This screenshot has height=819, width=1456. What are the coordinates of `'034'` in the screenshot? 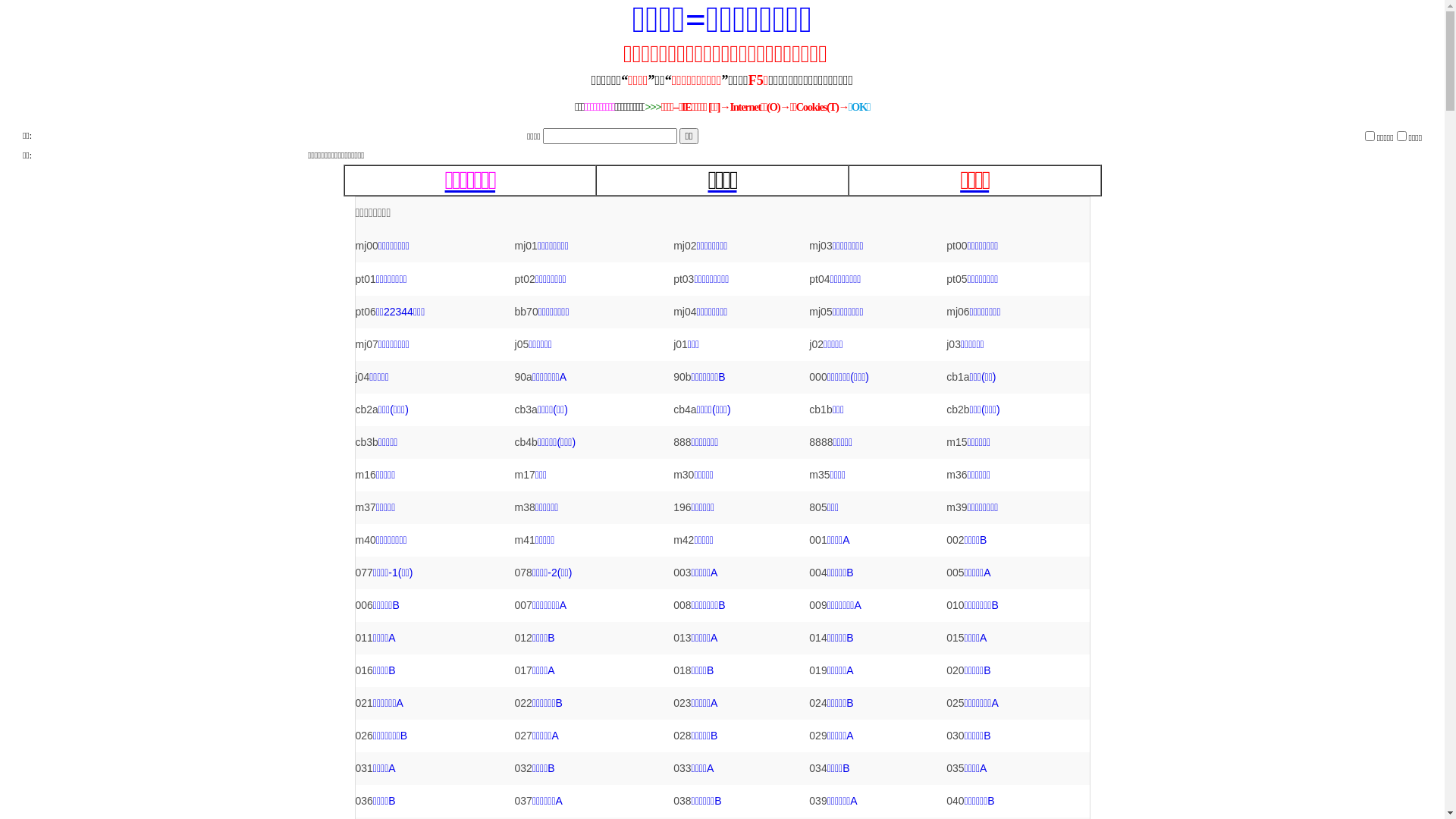 It's located at (817, 768).